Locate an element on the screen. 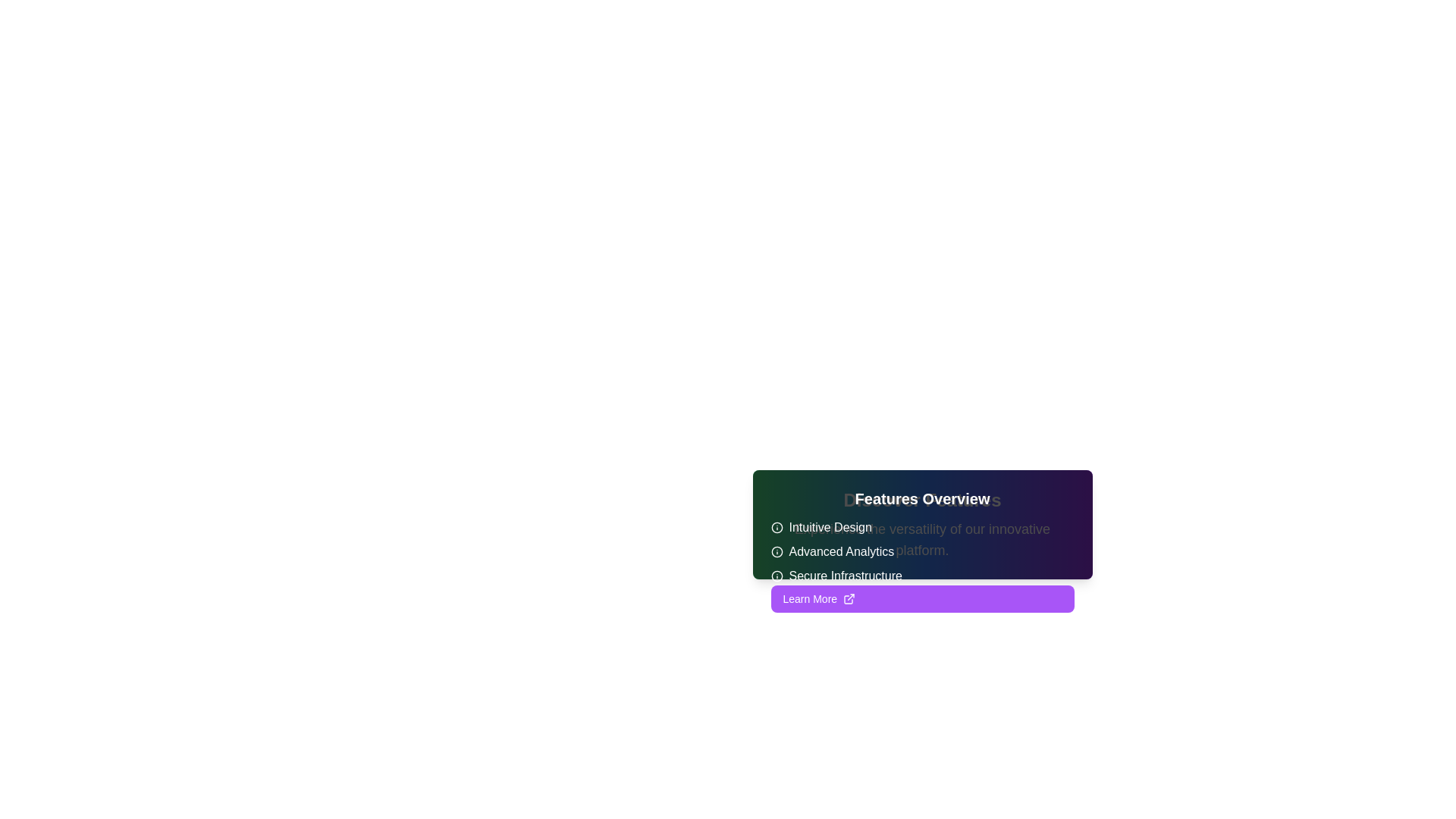  the third item labeled under the 'Features Overview' section, which is located below 'Advanced Analytics' is located at coordinates (921, 576).